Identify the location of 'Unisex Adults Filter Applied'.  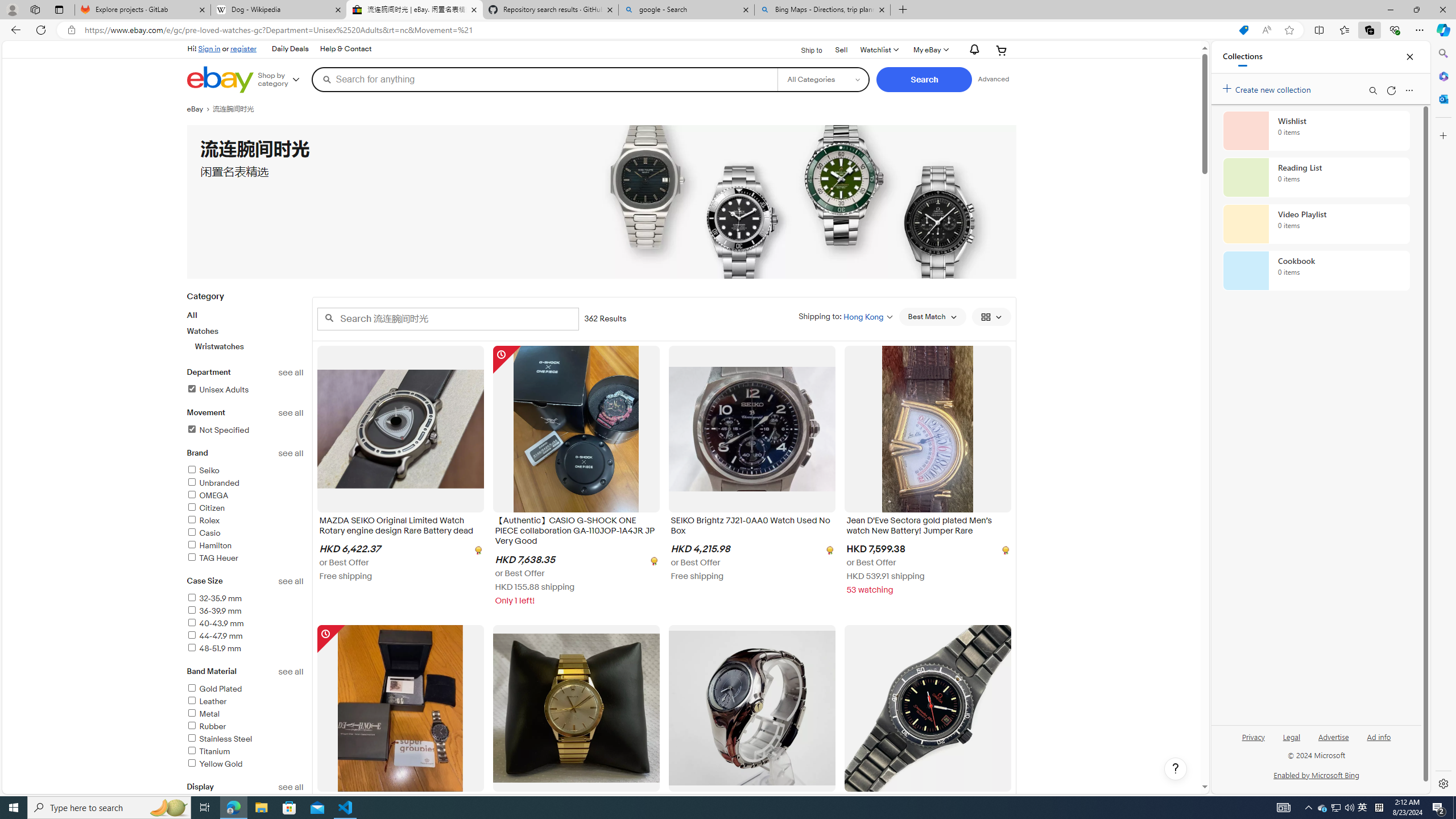
(217, 390).